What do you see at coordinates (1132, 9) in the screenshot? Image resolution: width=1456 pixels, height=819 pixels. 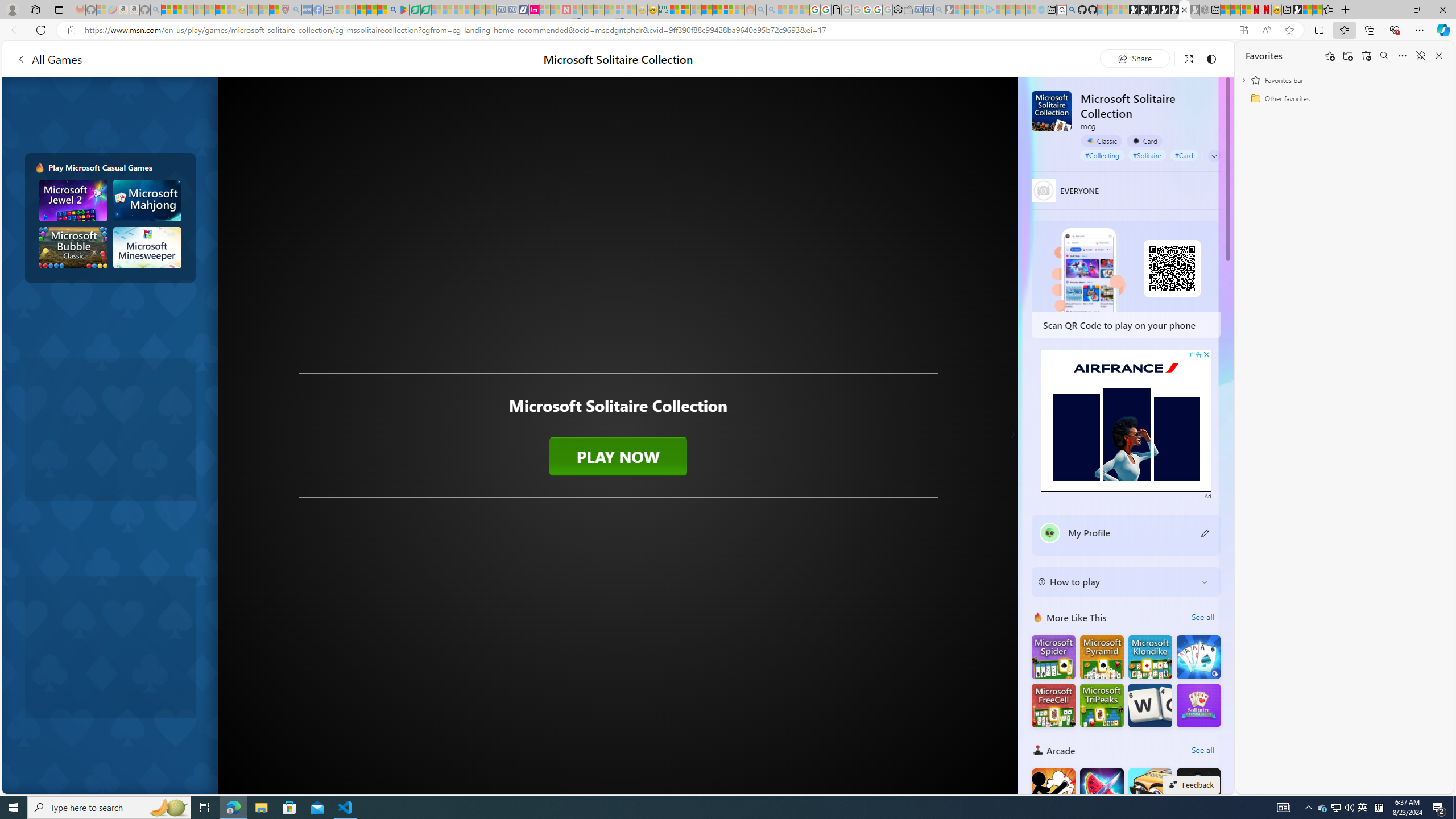 I see `'Play Free Online Games | Games from Microsoft Start'` at bounding box center [1132, 9].